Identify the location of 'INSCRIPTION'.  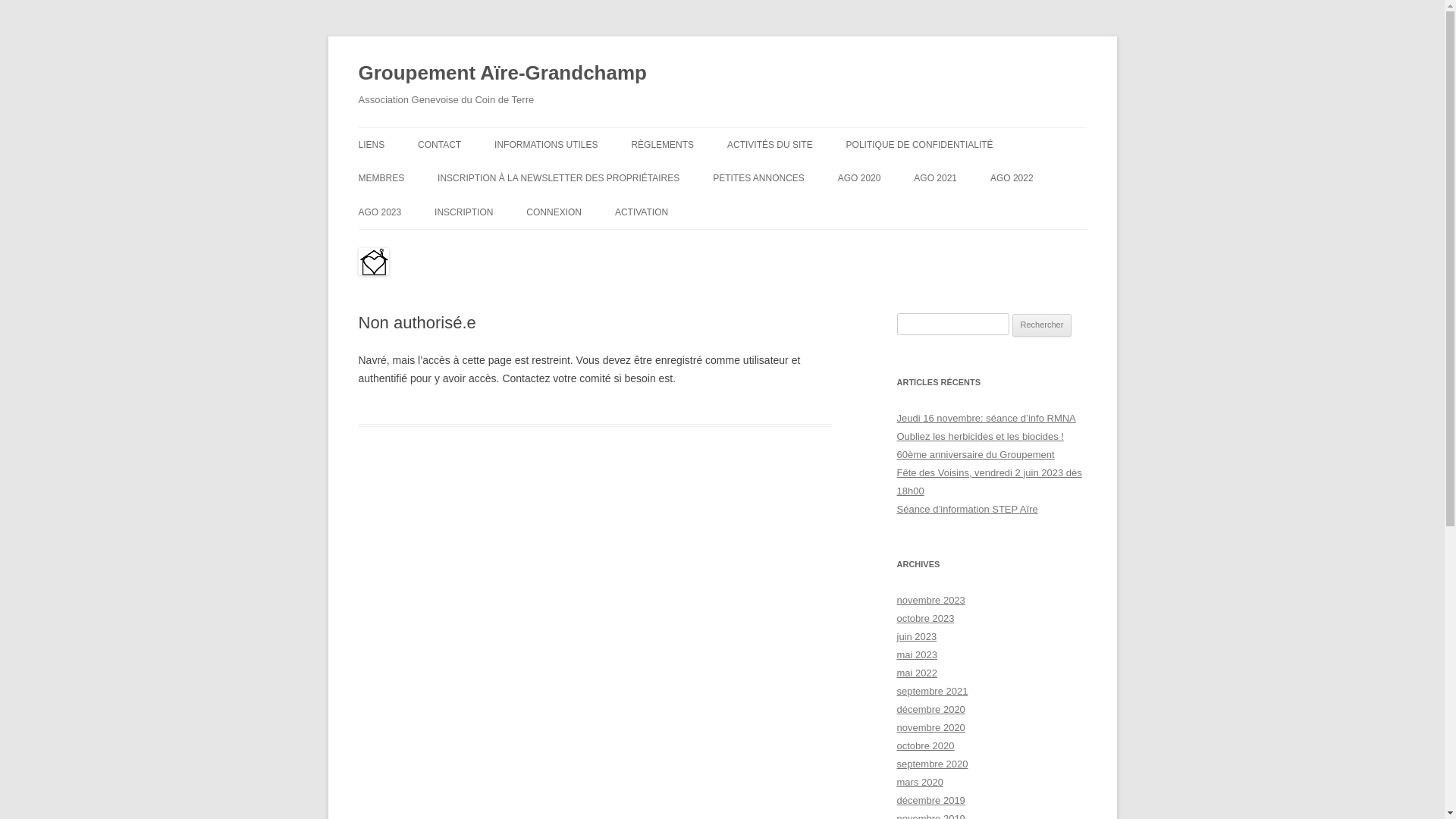
(463, 212).